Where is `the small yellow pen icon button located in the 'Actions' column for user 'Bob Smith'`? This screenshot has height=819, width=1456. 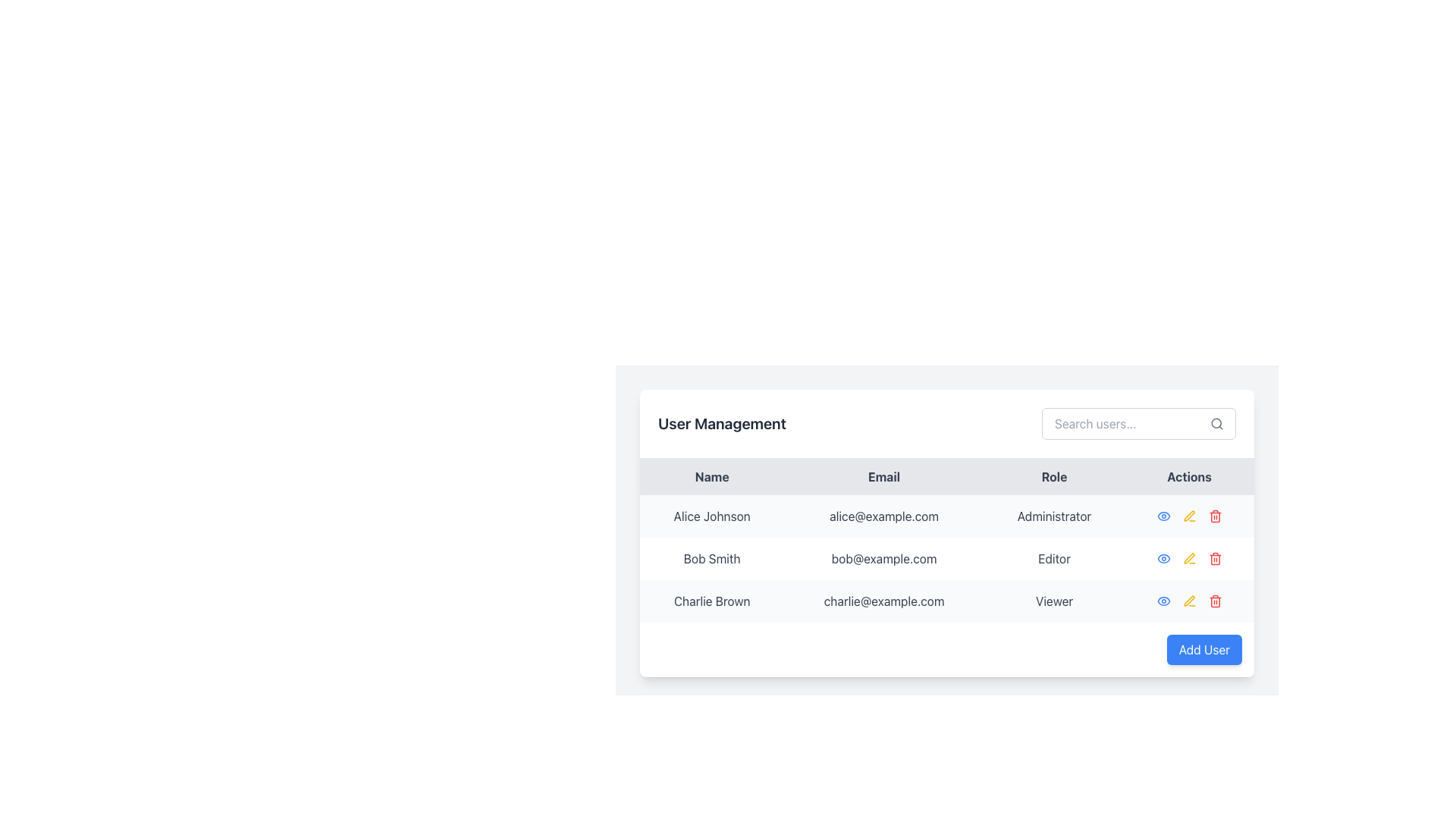 the small yellow pen icon button located in the 'Actions' column for user 'Bob Smith' is located at coordinates (1188, 558).